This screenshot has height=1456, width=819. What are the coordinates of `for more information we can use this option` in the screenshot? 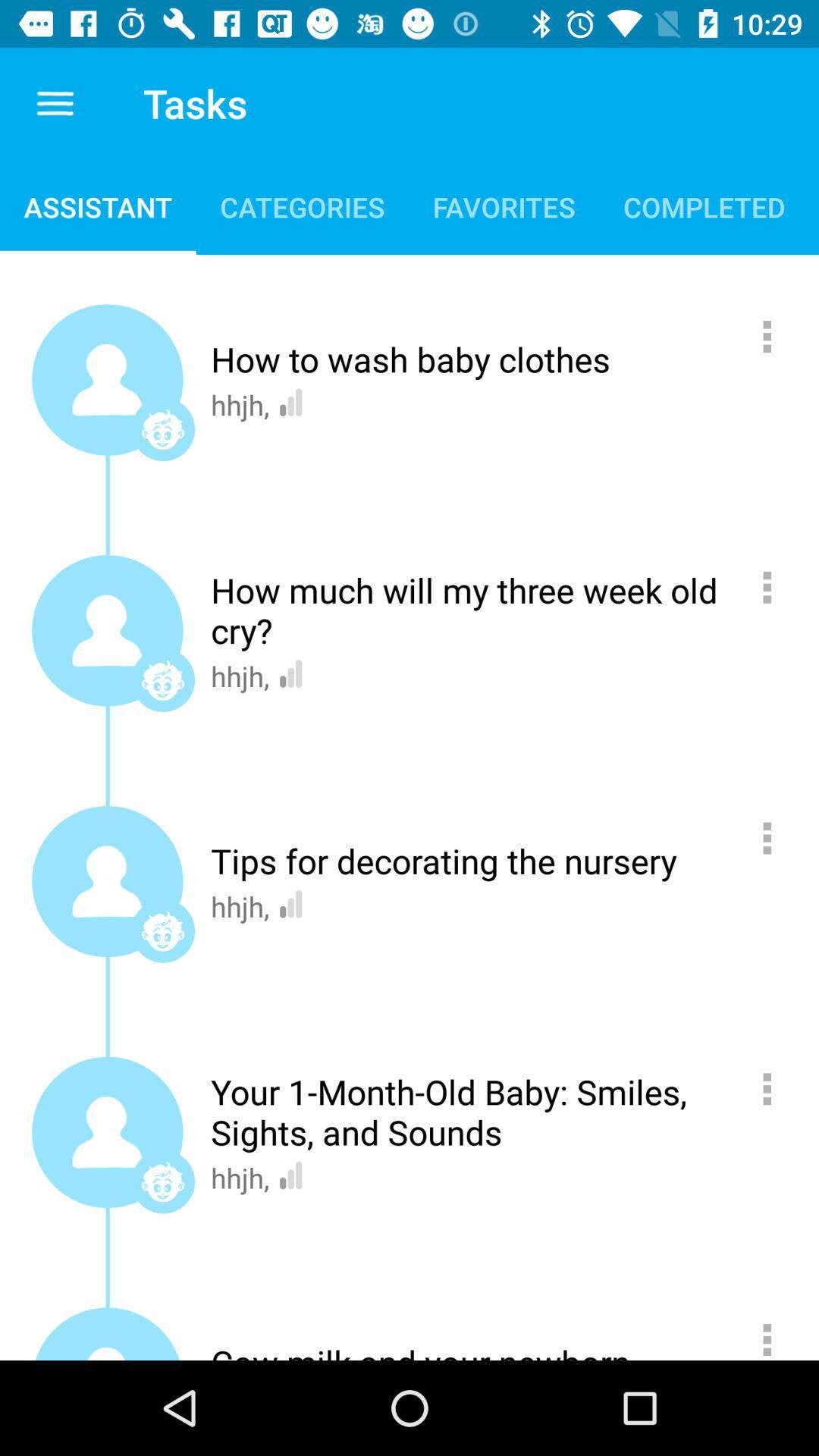 It's located at (775, 1088).